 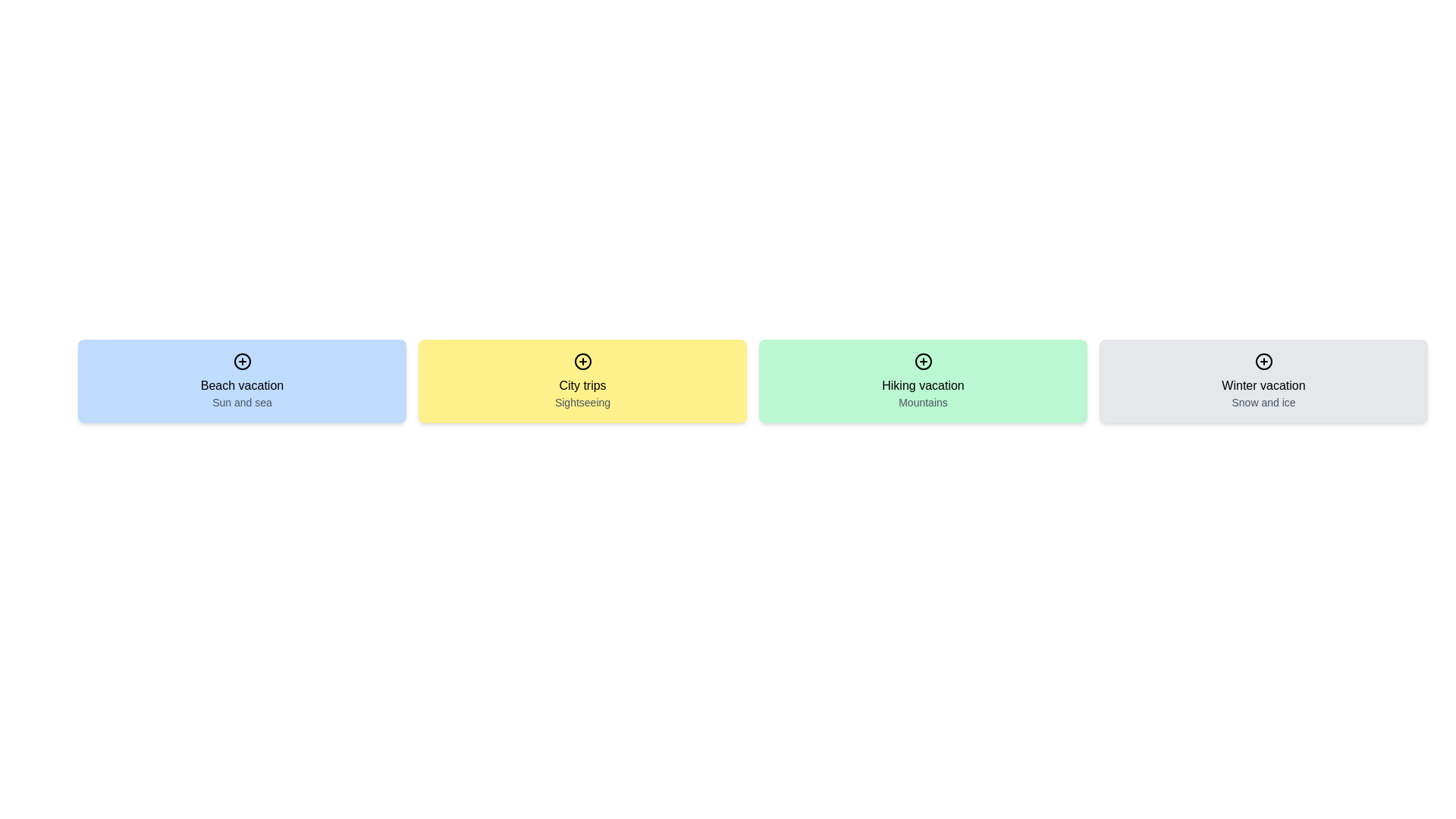 What do you see at coordinates (241, 402) in the screenshot?
I see `text label displaying 'Sun and sea' which is located beneath the 'Beach vacation' title in a blue background card` at bounding box center [241, 402].